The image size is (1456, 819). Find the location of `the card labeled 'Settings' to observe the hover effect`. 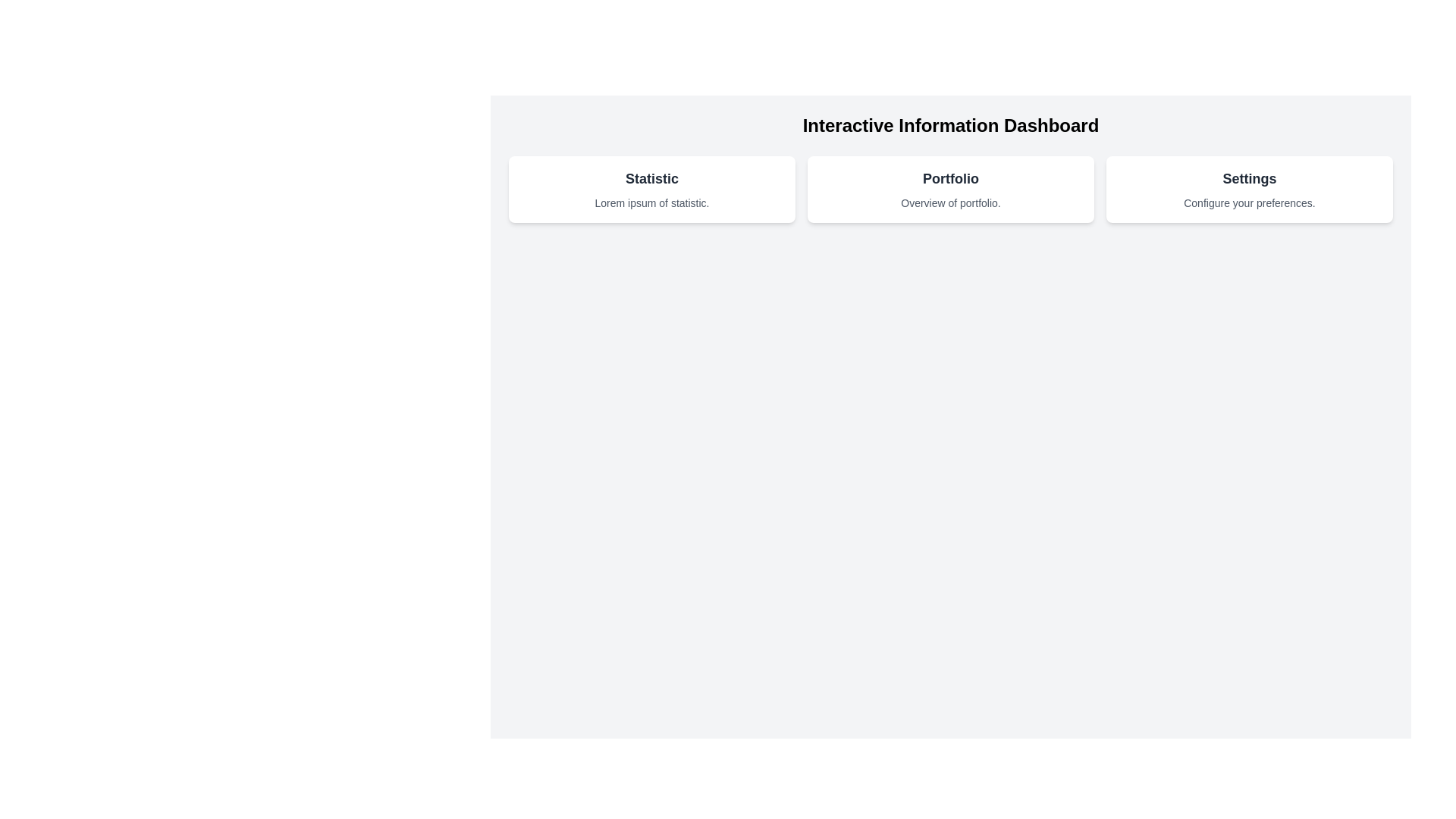

the card labeled 'Settings' to observe the hover effect is located at coordinates (1249, 189).